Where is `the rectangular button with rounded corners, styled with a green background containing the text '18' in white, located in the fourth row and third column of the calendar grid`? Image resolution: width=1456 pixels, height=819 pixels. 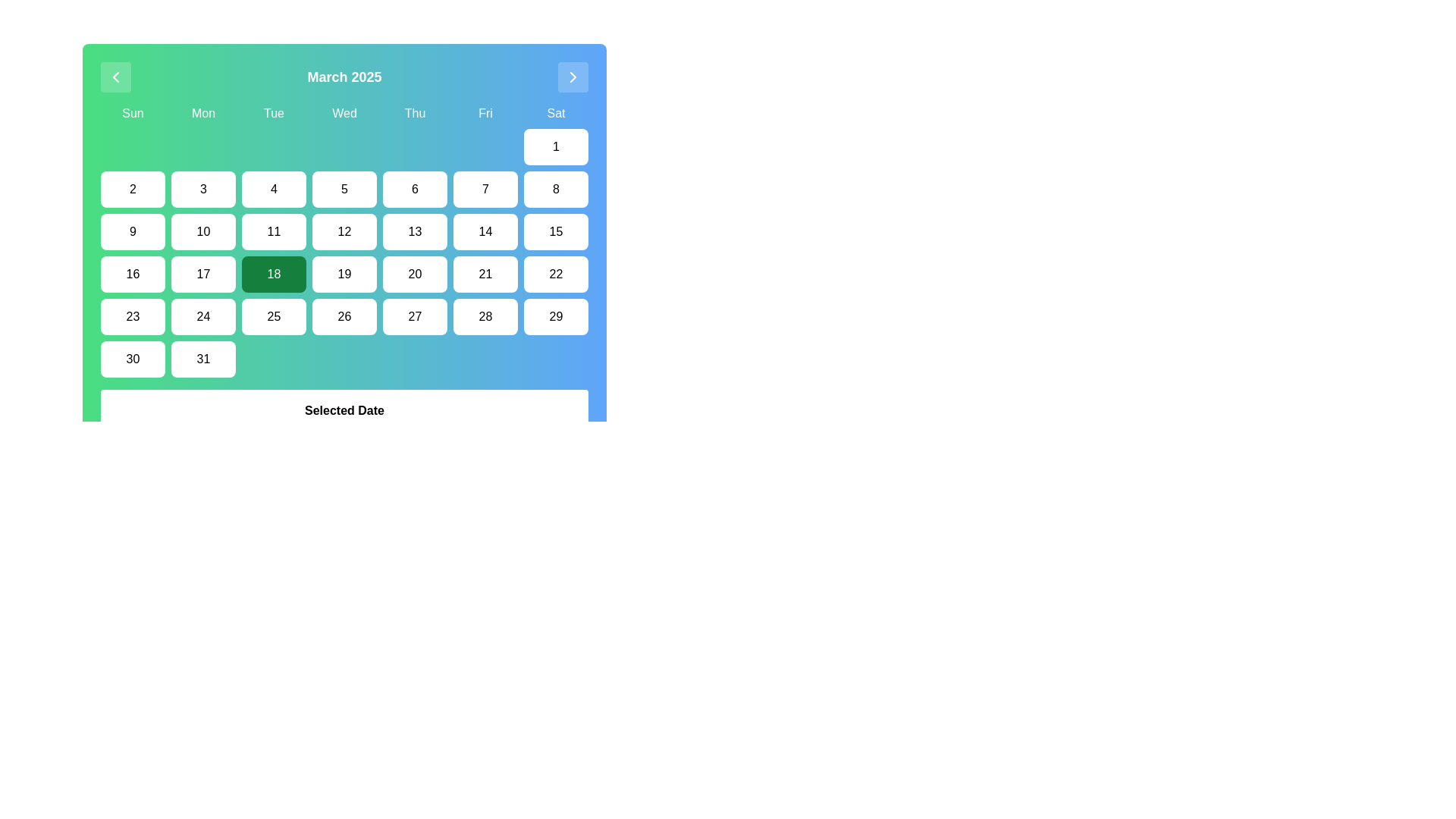 the rectangular button with rounded corners, styled with a green background containing the text '18' in white, located in the fourth row and third column of the calendar grid is located at coordinates (274, 275).